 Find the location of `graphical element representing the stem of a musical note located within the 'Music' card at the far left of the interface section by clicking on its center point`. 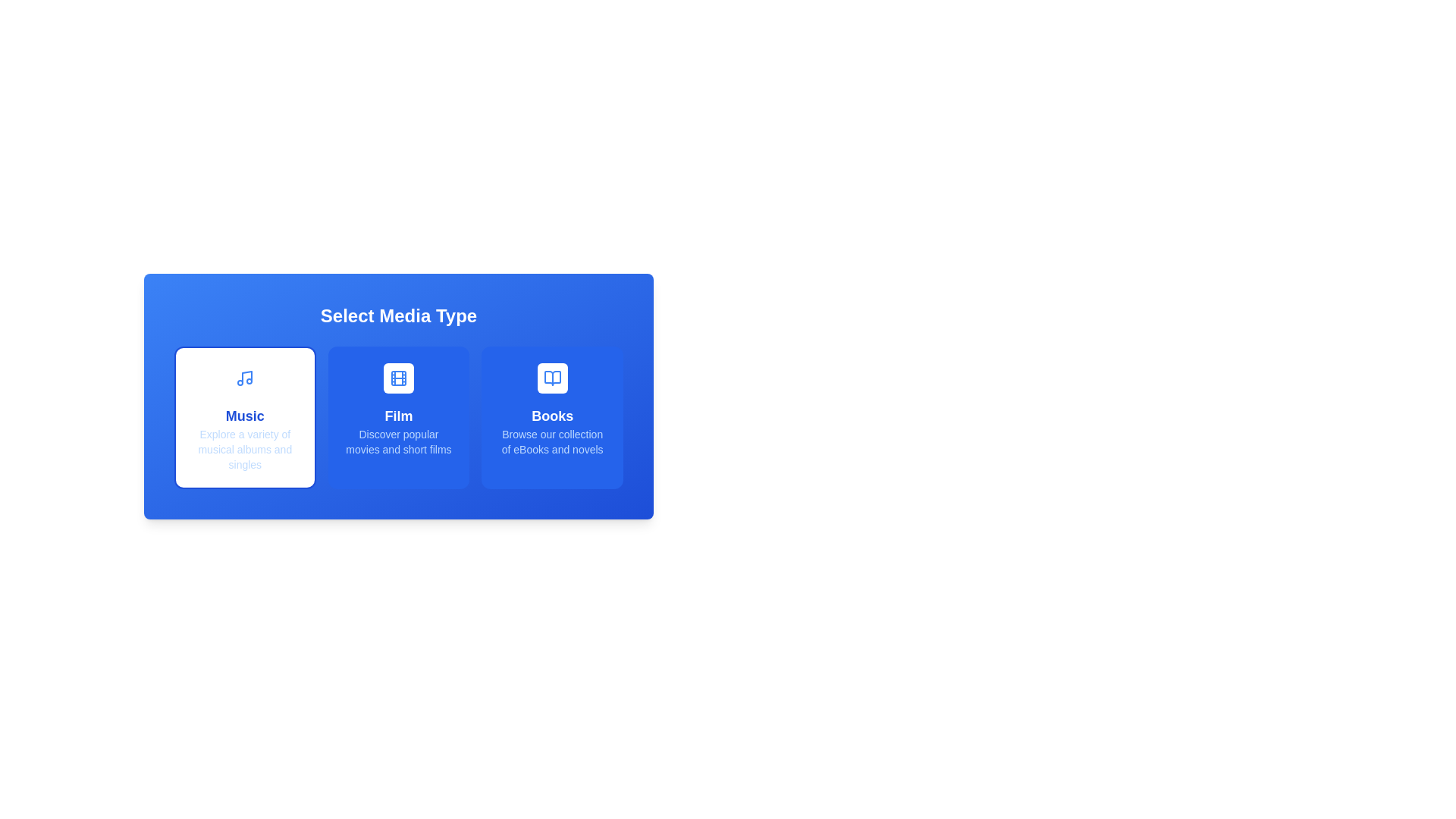

graphical element representing the stem of a musical note located within the 'Music' card at the far left of the interface section by clicking on its center point is located at coordinates (247, 376).